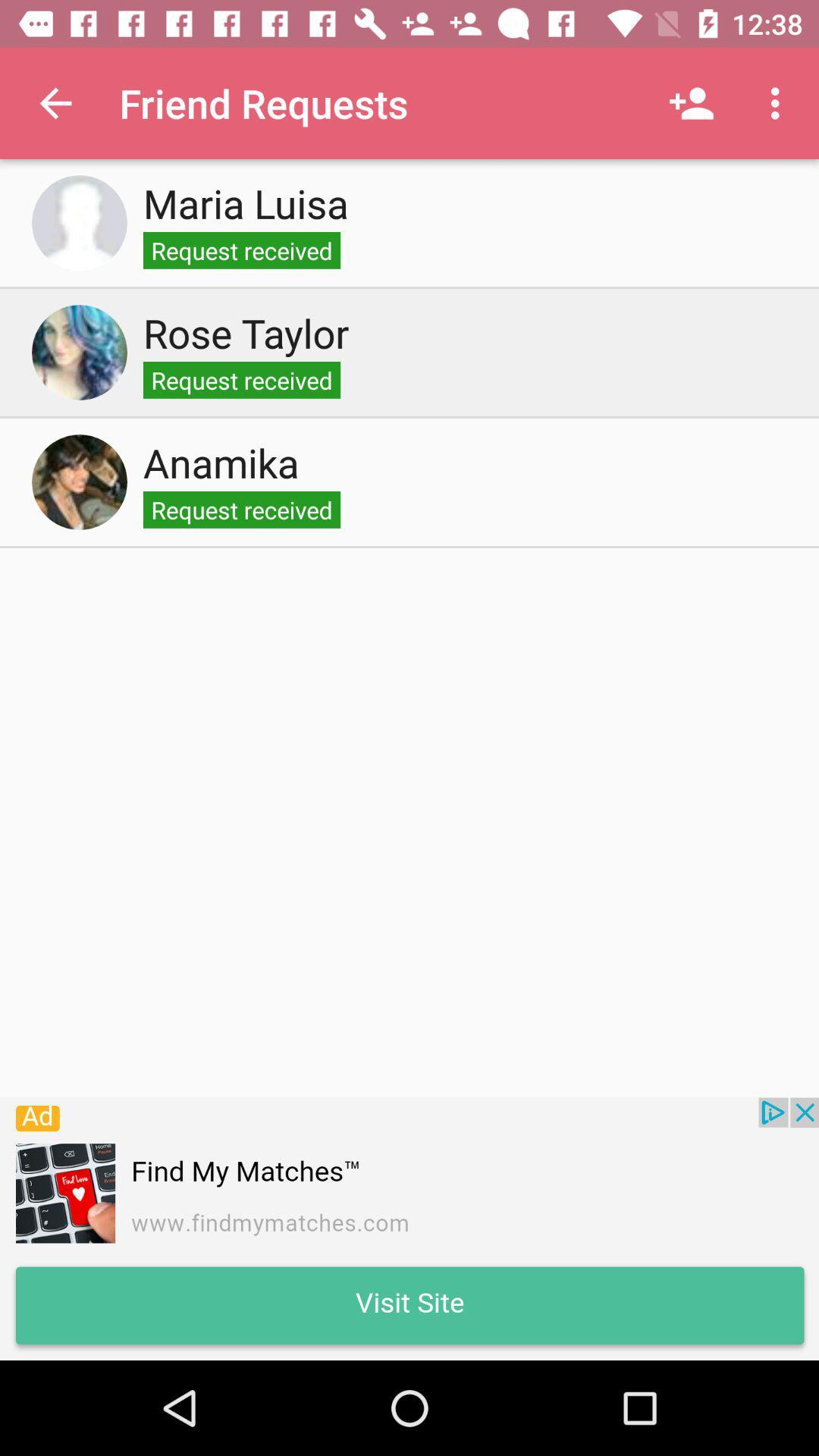 The image size is (819, 1456). Describe the element at coordinates (79, 352) in the screenshot. I see `profile photo` at that location.